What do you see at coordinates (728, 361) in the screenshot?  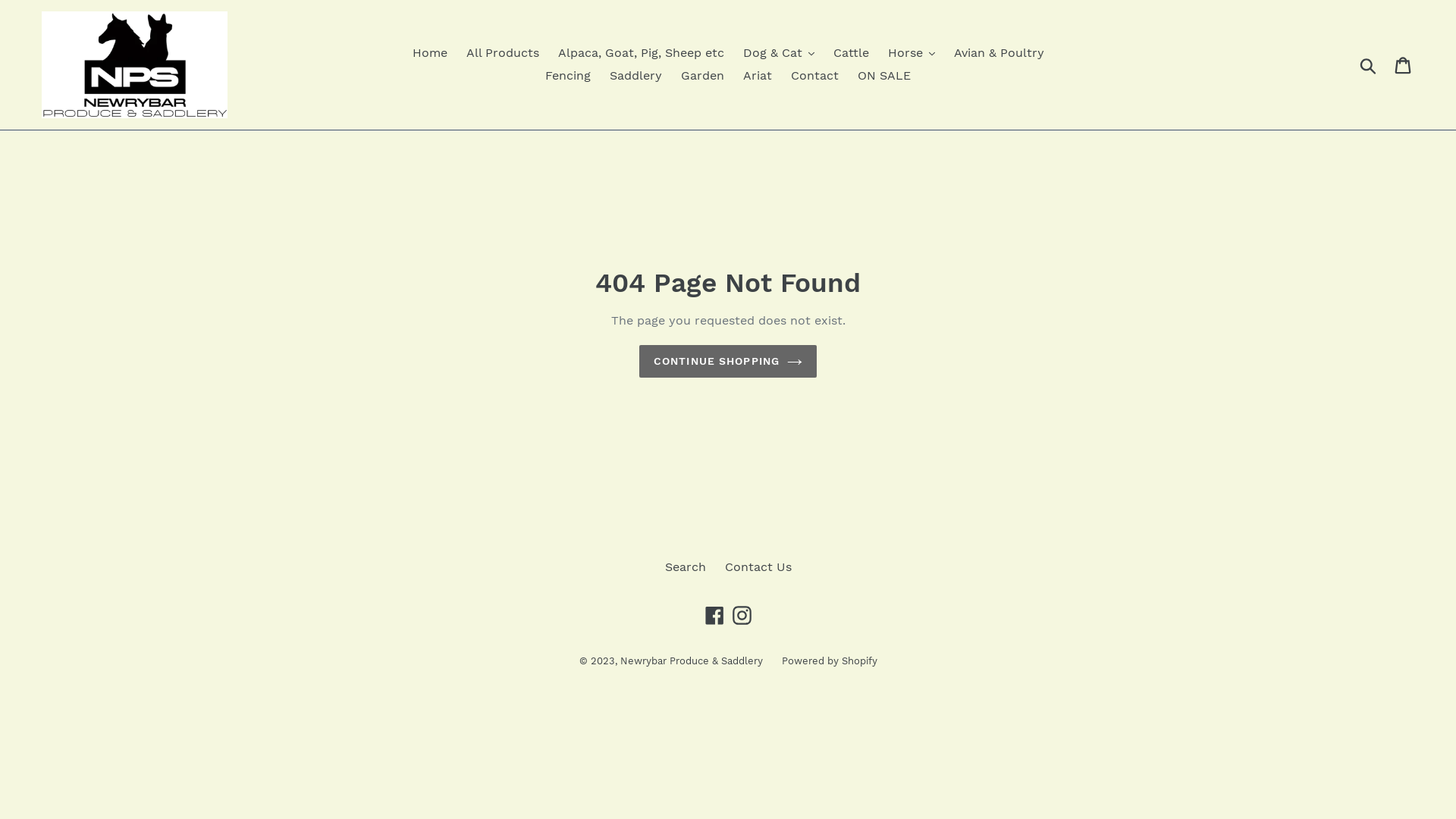 I see `'CONTINUE SHOPPING'` at bounding box center [728, 361].